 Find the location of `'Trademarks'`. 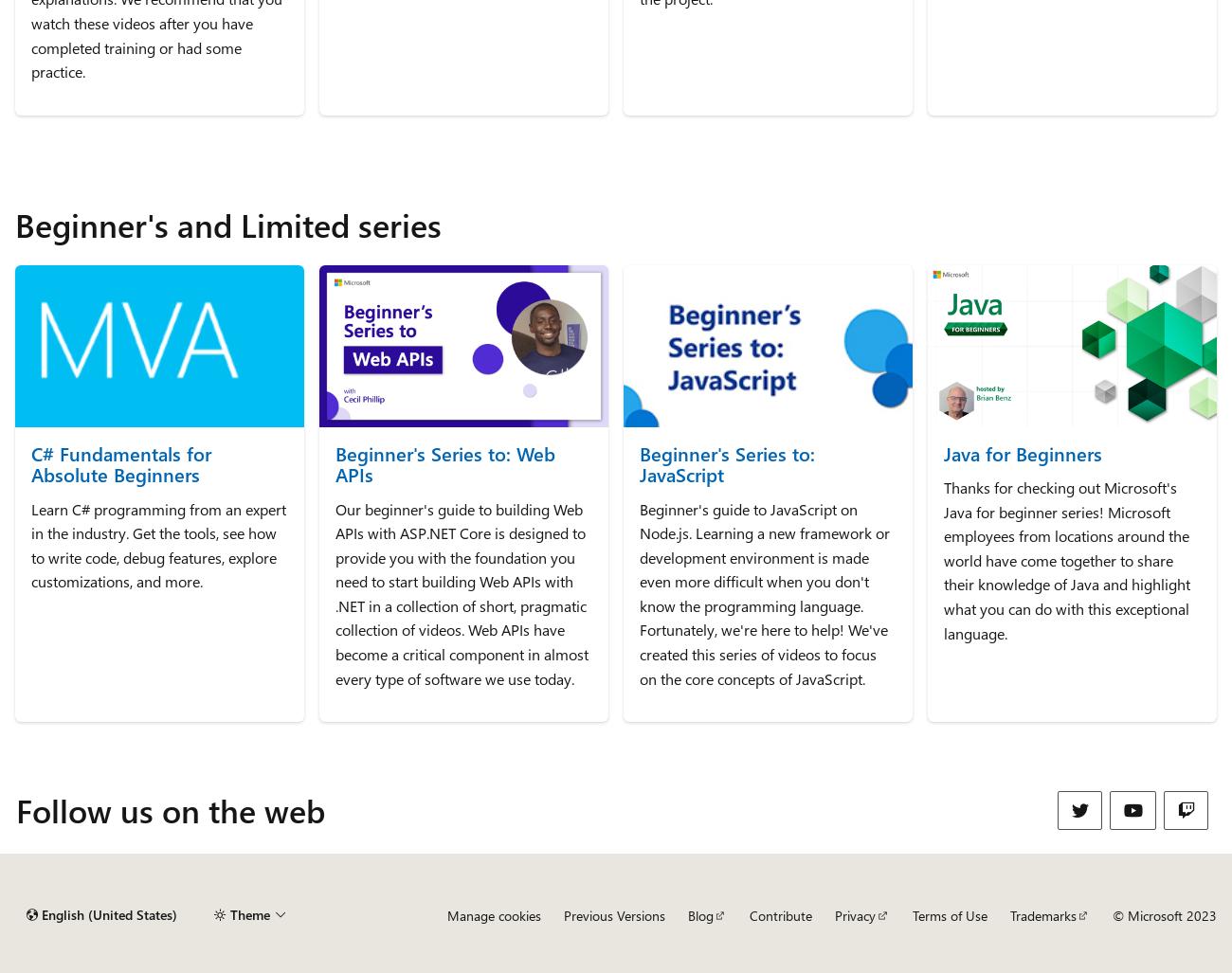

'Trademarks' is located at coordinates (1042, 914).